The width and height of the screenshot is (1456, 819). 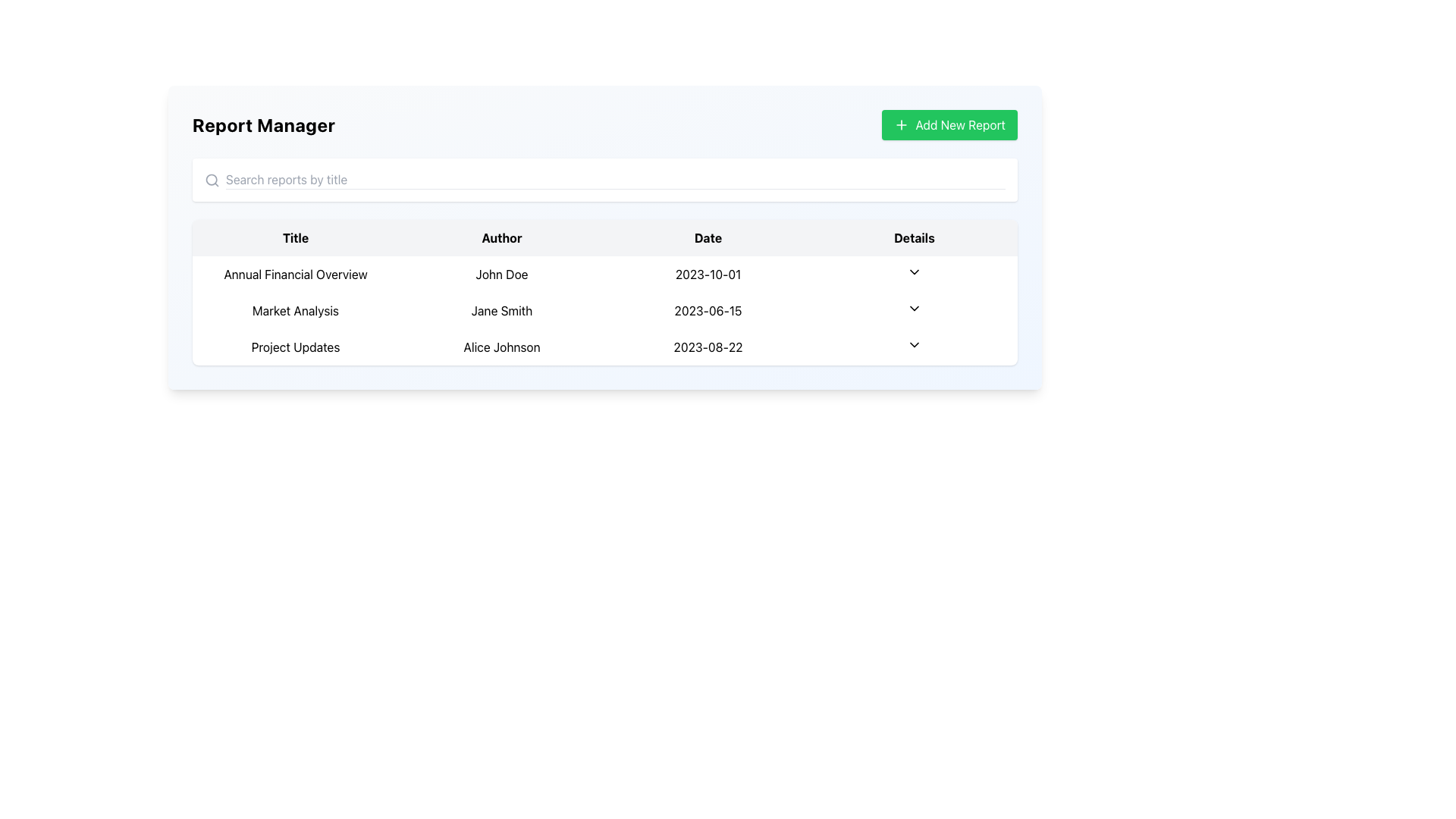 I want to click on the Chevron Icon located in the 'Details' column of the second row of the table, so click(x=913, y=308).